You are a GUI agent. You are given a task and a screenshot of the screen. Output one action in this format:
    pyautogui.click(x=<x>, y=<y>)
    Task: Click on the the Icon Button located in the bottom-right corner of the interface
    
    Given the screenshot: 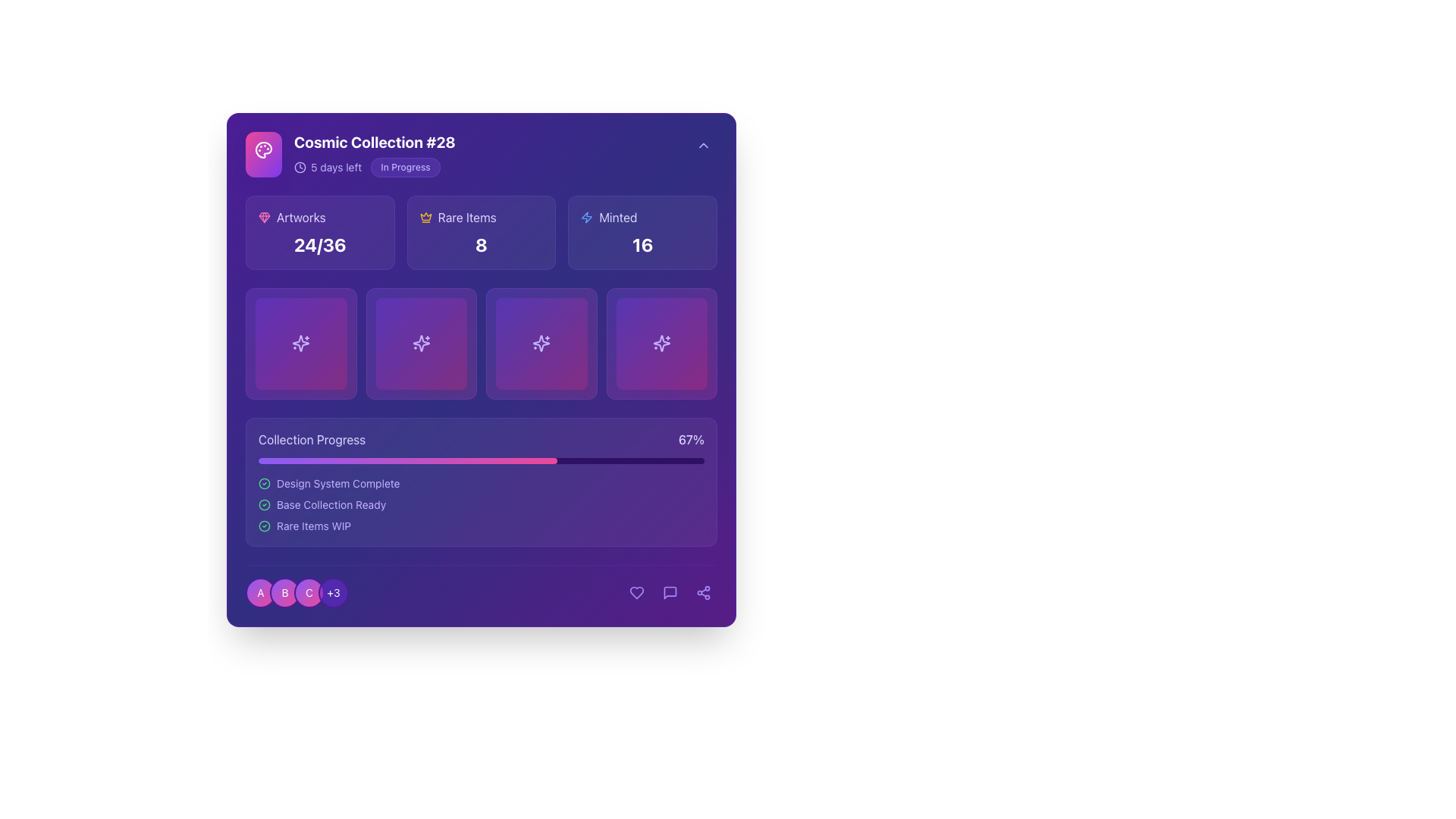 What is the action you would take?
    pyautogui.click(x=669, y=591)
    